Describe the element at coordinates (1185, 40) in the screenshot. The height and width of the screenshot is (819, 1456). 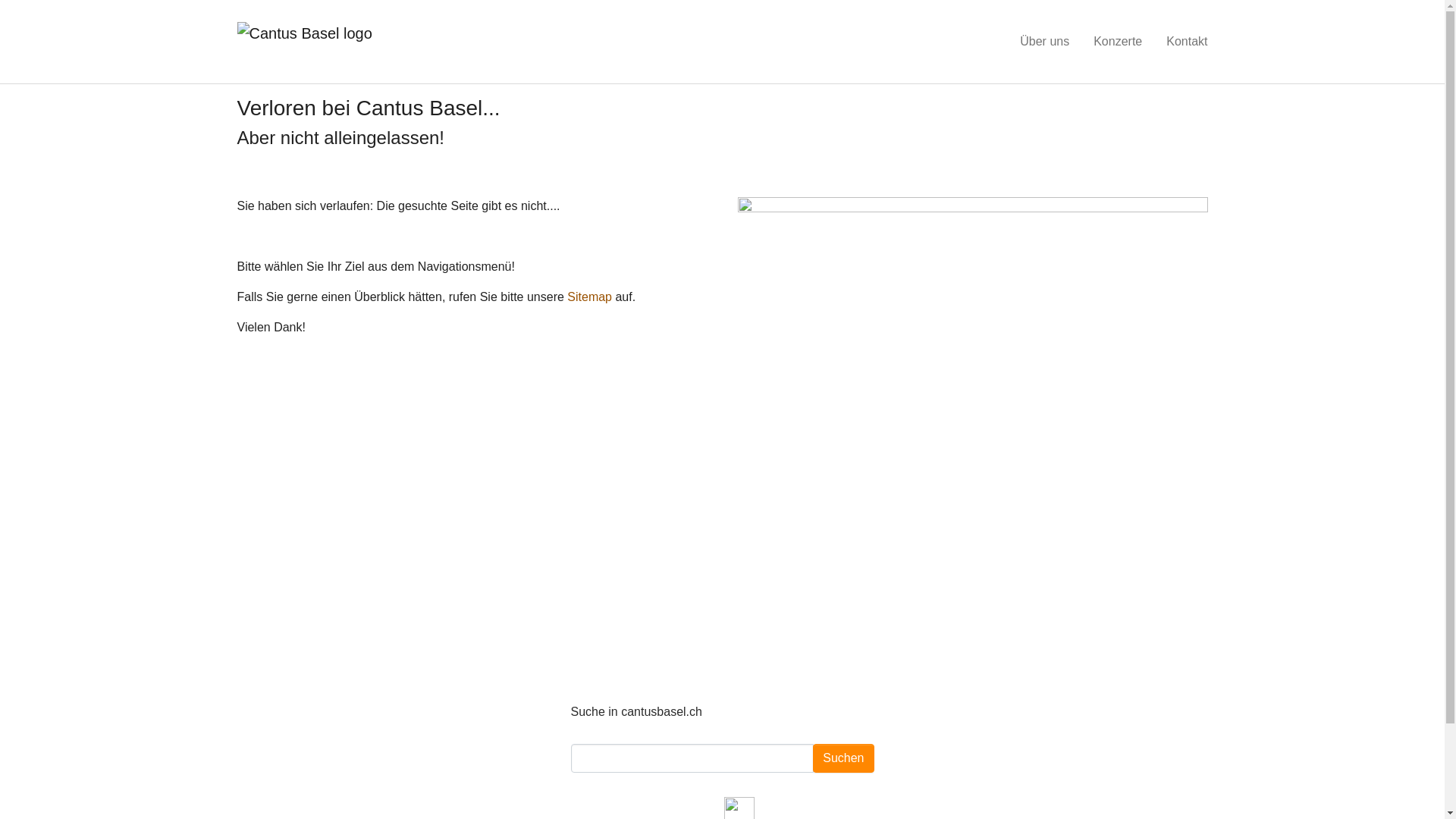
I see `'Kontakt'` at that location.